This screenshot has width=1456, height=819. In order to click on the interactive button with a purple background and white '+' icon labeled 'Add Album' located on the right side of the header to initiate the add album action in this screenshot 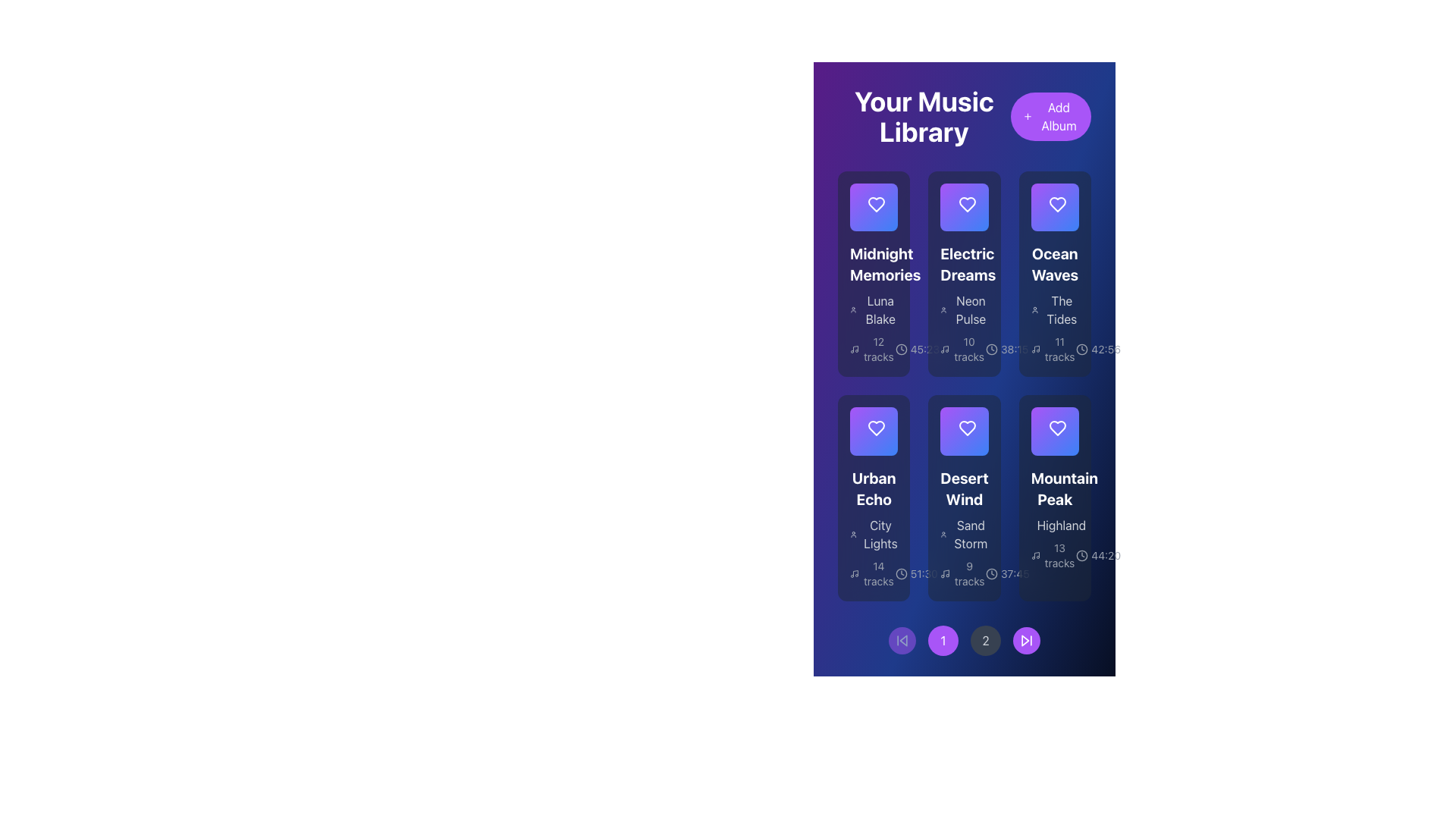, I will do `click(1050, 116)`.